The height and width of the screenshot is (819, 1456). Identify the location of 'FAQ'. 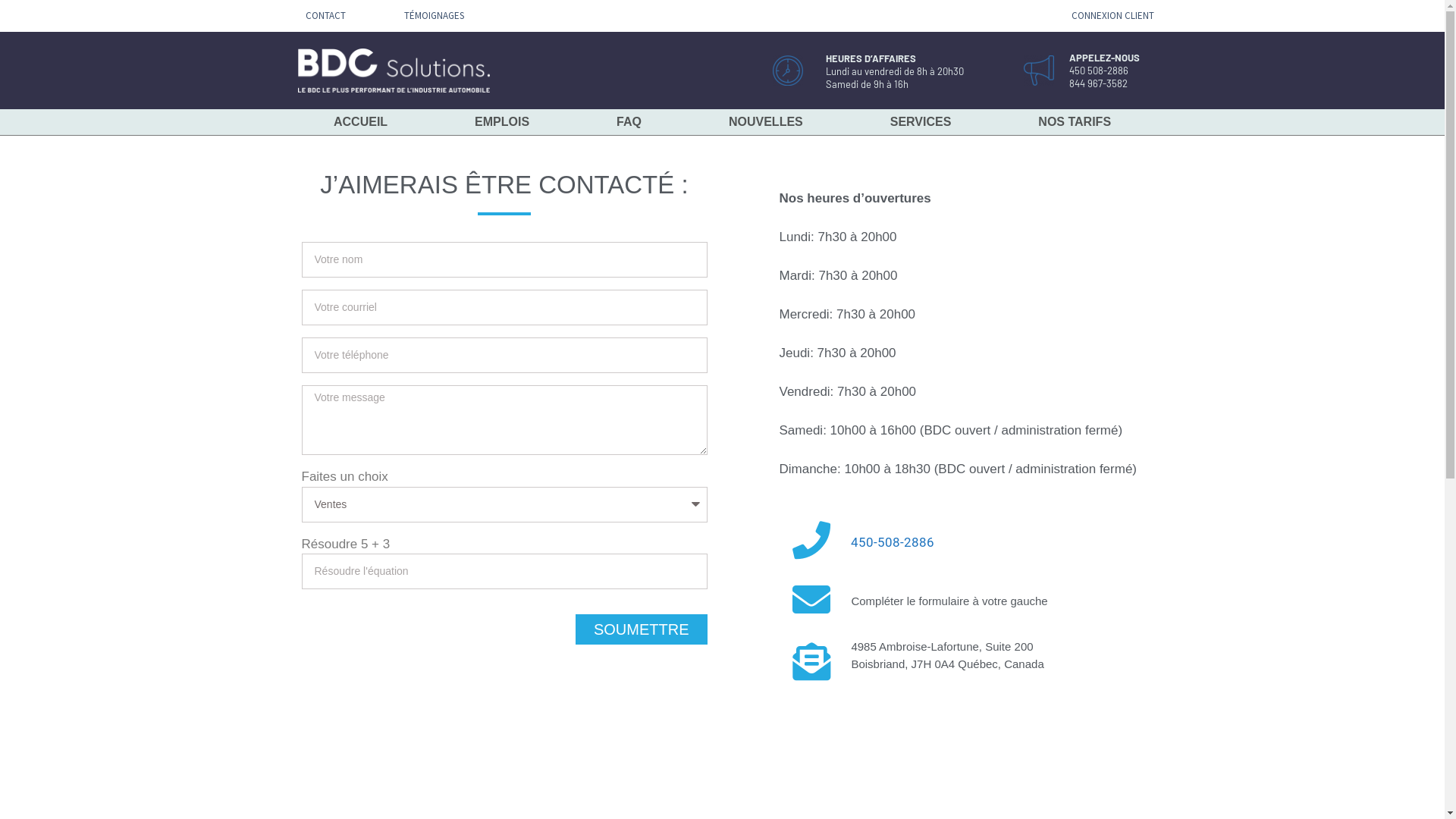
(629, 121).